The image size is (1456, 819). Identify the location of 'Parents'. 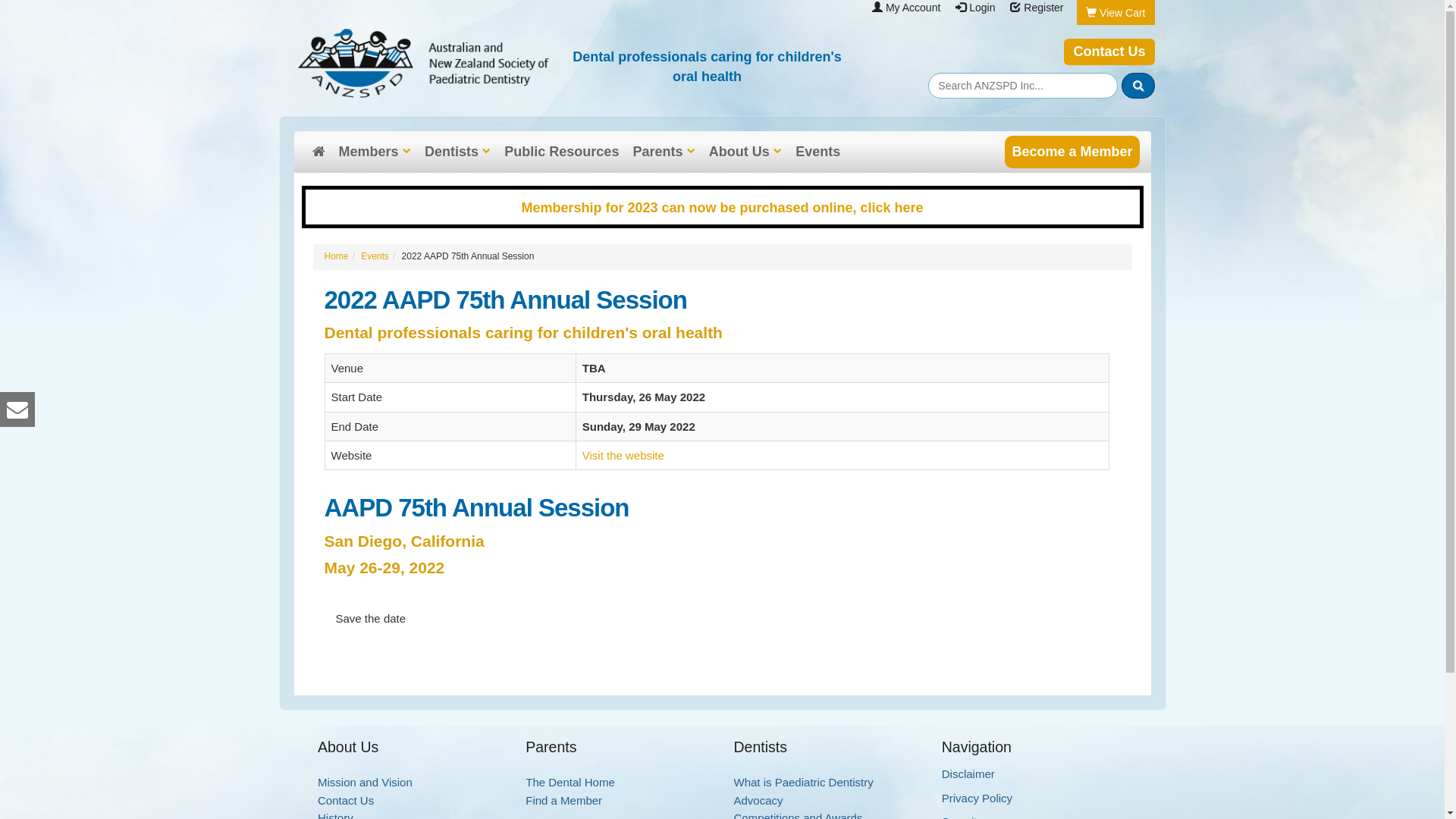
(663, 152).